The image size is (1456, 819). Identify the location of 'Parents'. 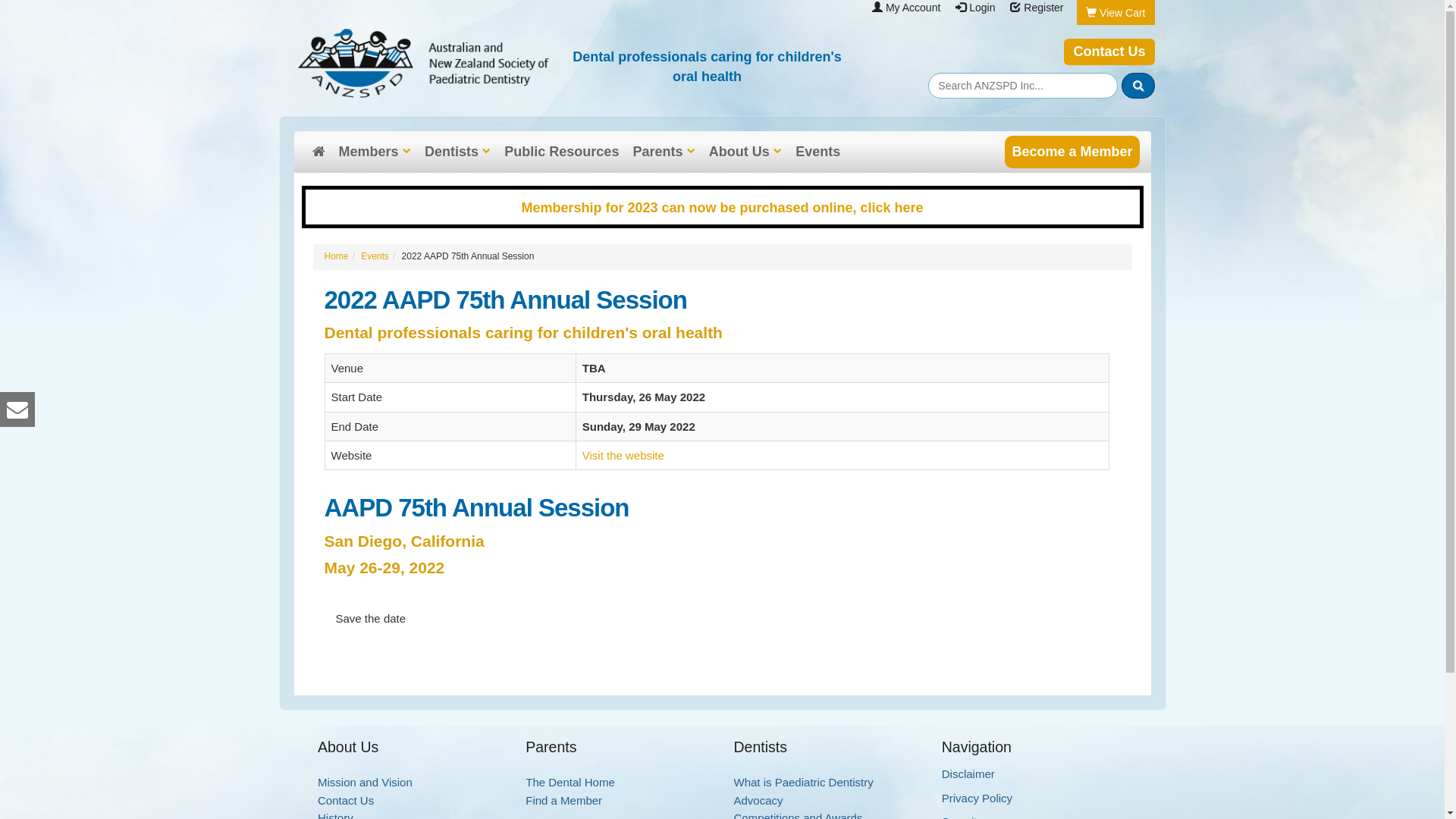
(663, 152).